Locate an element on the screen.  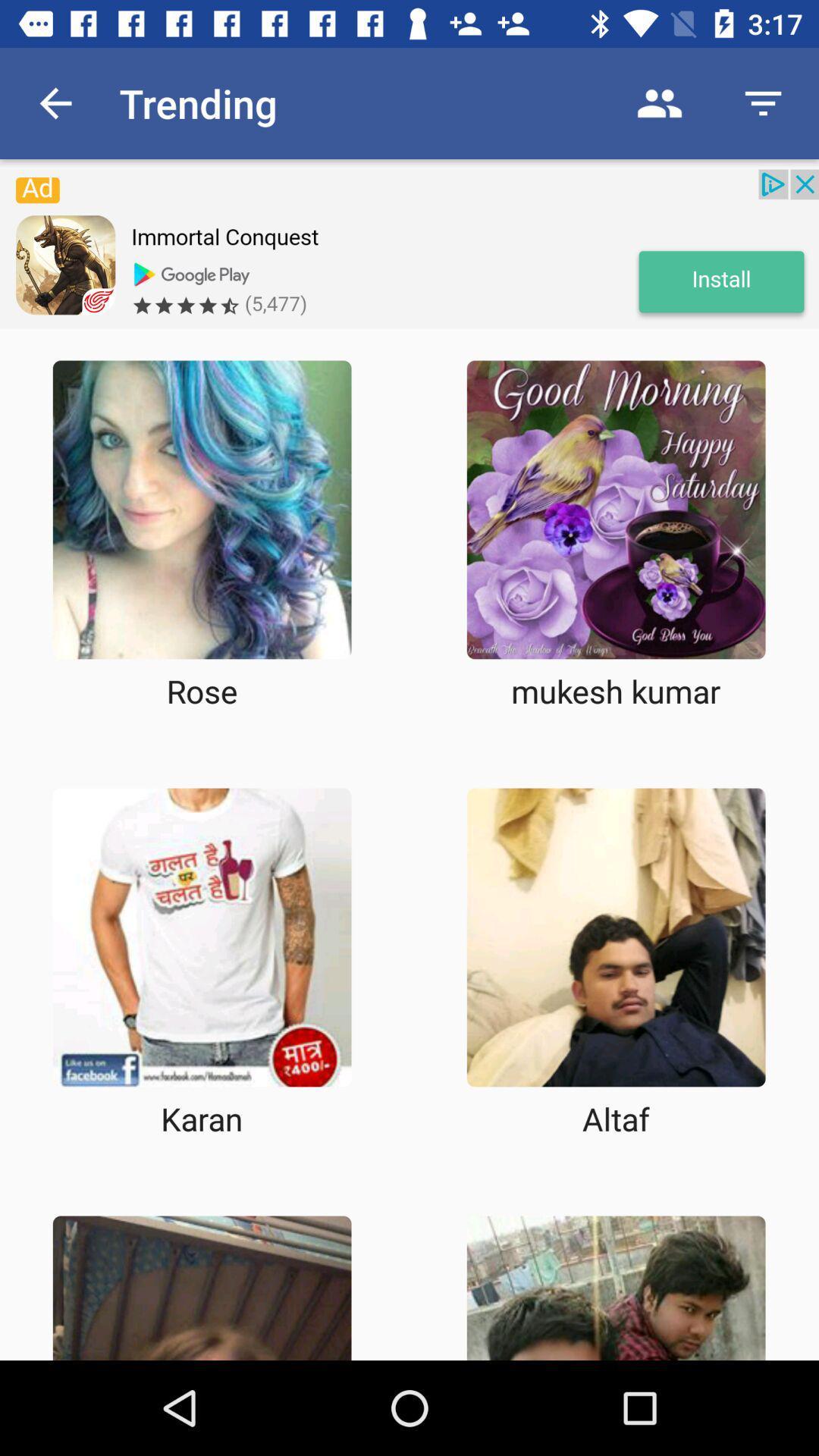
install app advertising is located at coordinates (409, 249).